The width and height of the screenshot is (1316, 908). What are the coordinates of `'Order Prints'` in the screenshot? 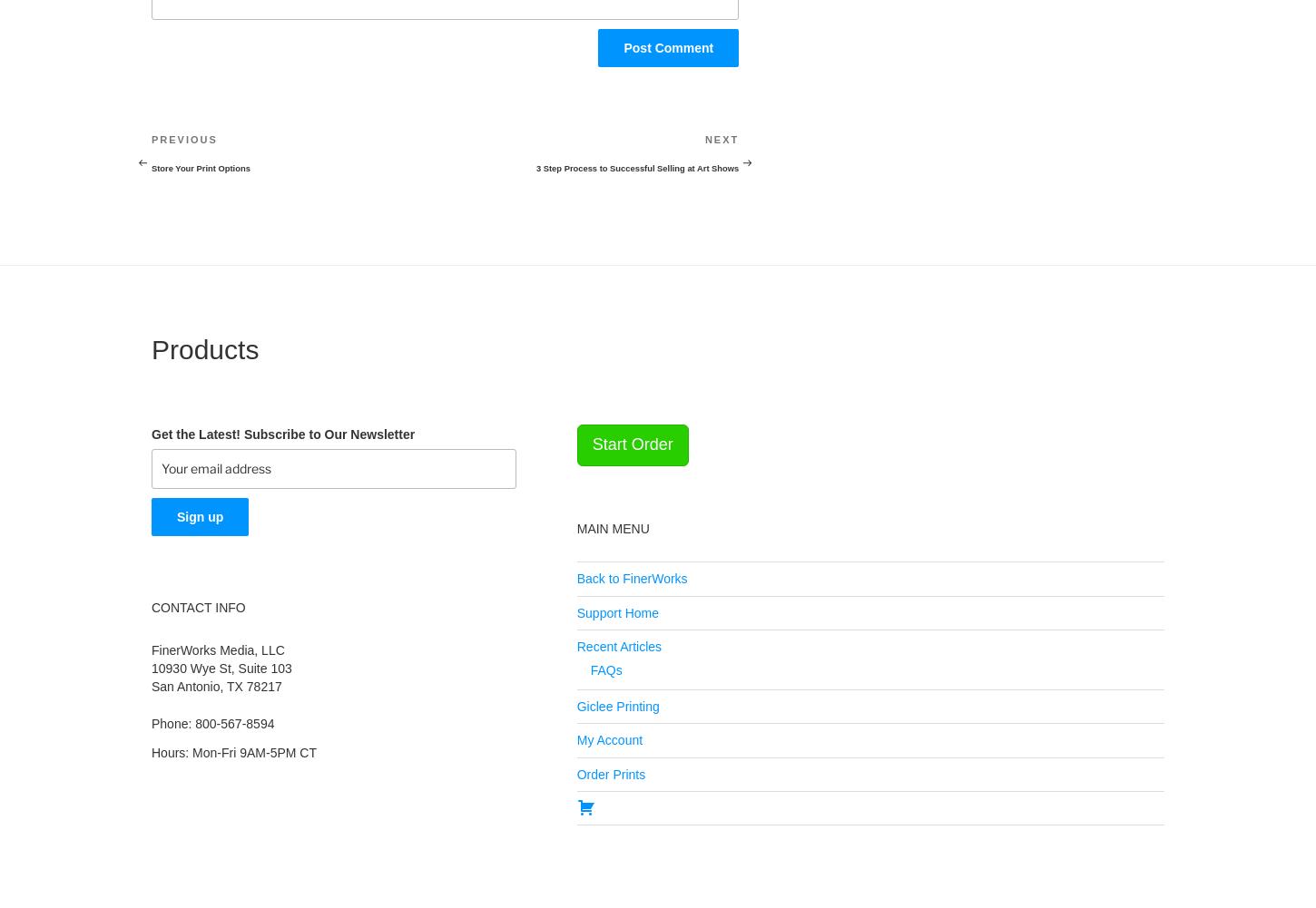 It's located at (575, 772).